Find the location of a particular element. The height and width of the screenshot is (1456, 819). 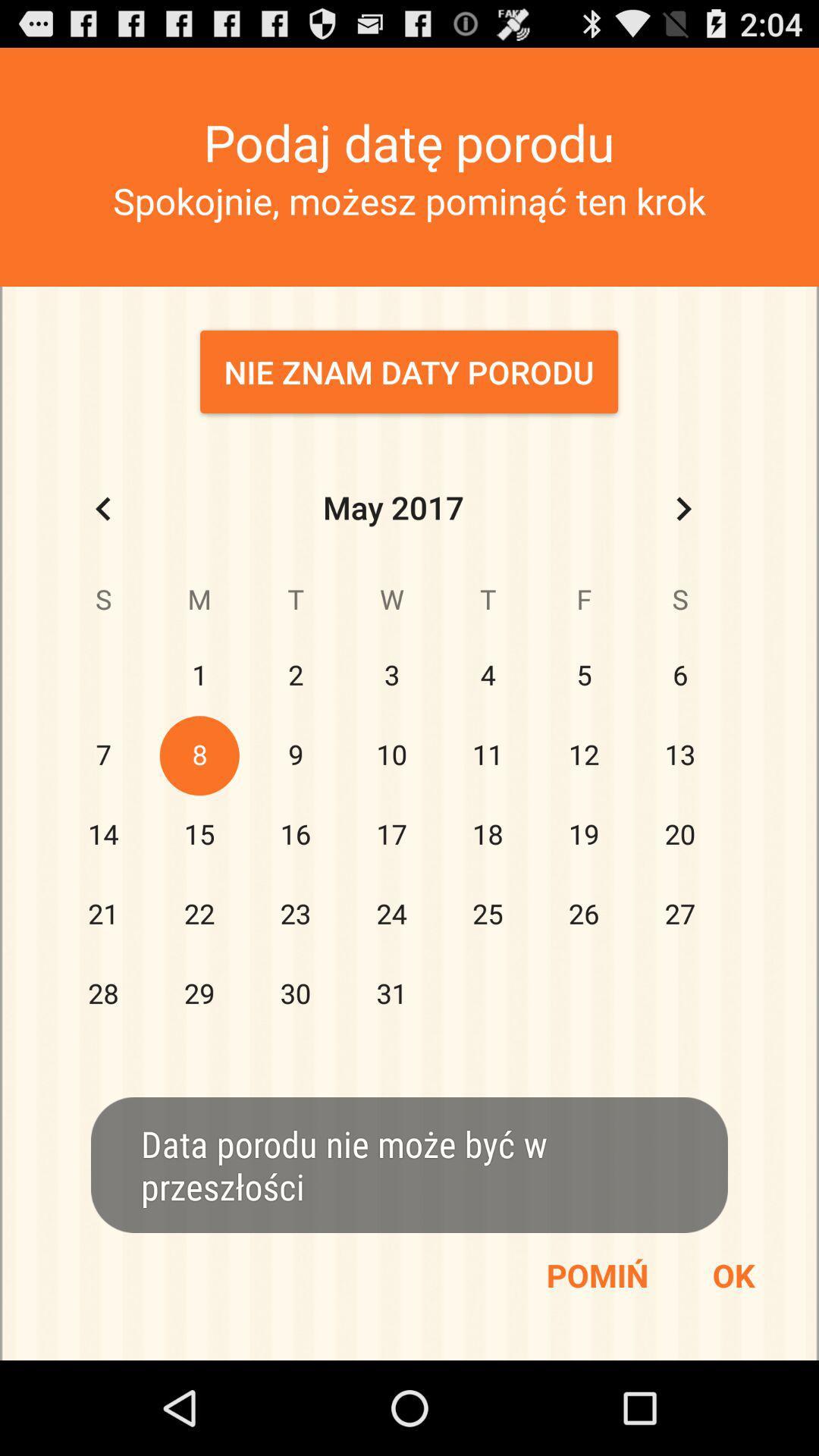

the arrow_backward icon is located at coordinates (102, 544).